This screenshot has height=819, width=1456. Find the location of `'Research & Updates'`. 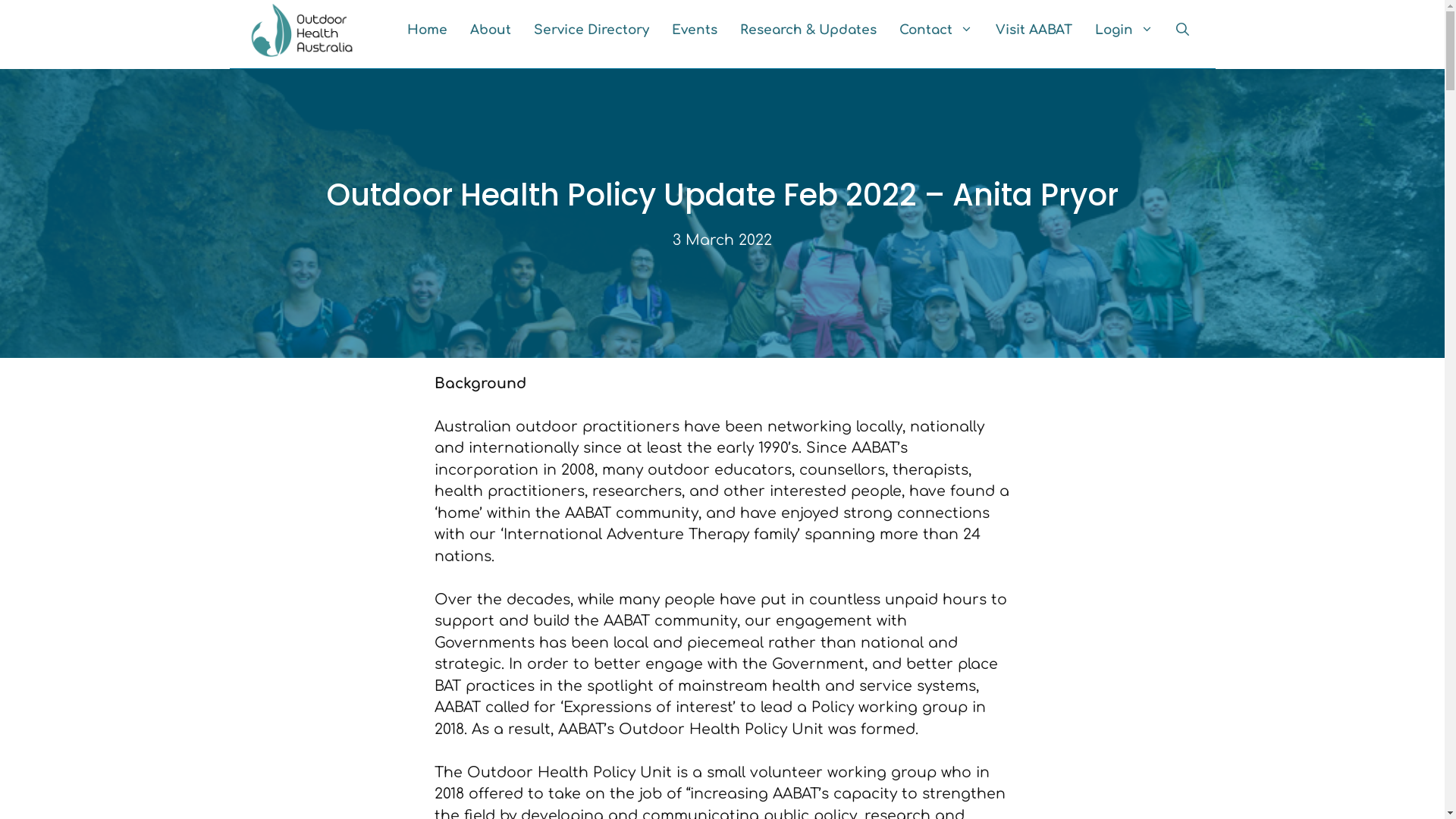

'Research & Updates' is located at coordinates (807, 30).